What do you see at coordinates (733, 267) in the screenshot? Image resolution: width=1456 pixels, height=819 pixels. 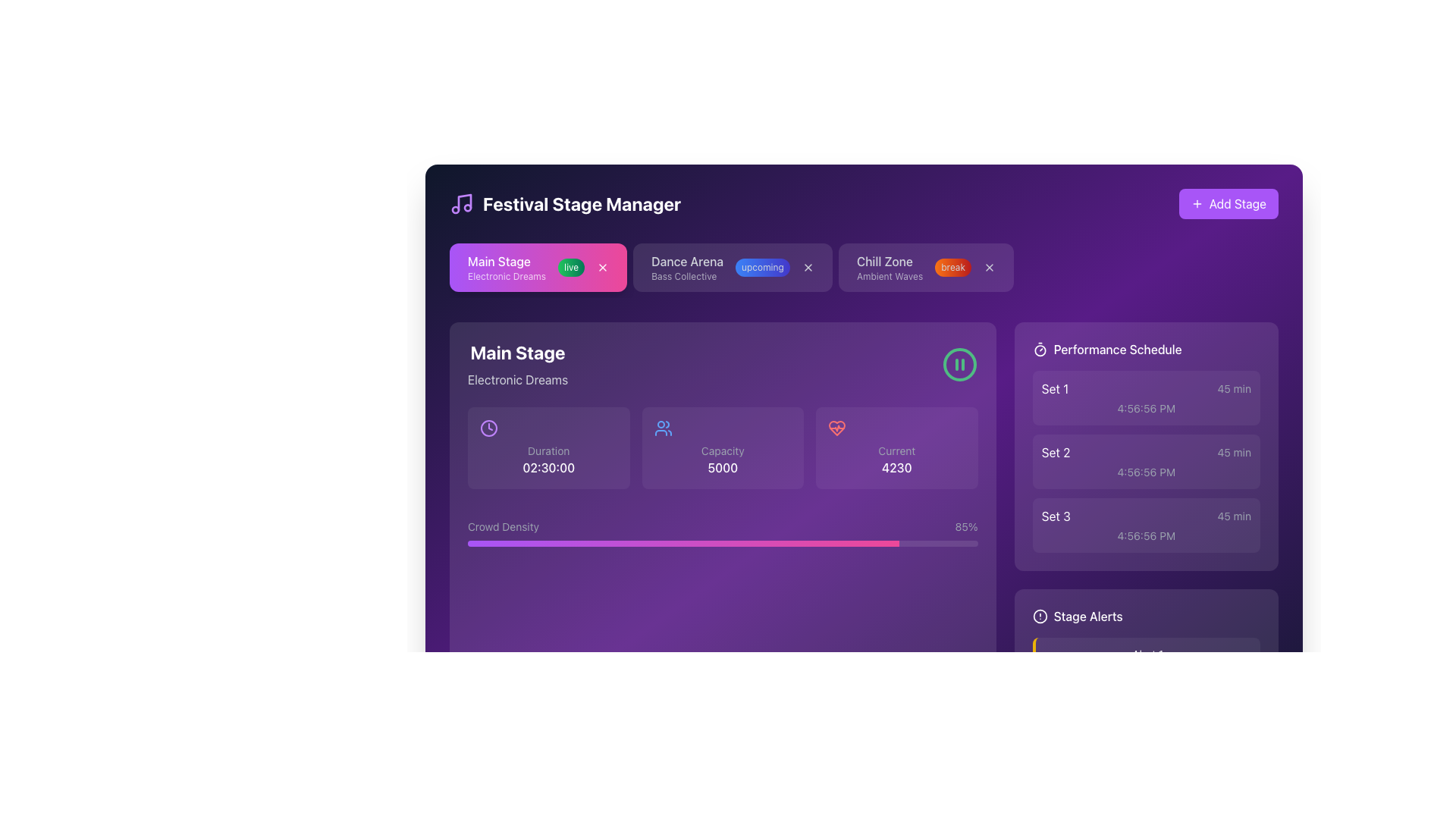 I see `the interactive button labeled 'Dance Arena' with a badge indicating 'upcoming'` at bounding box center [733, 267].